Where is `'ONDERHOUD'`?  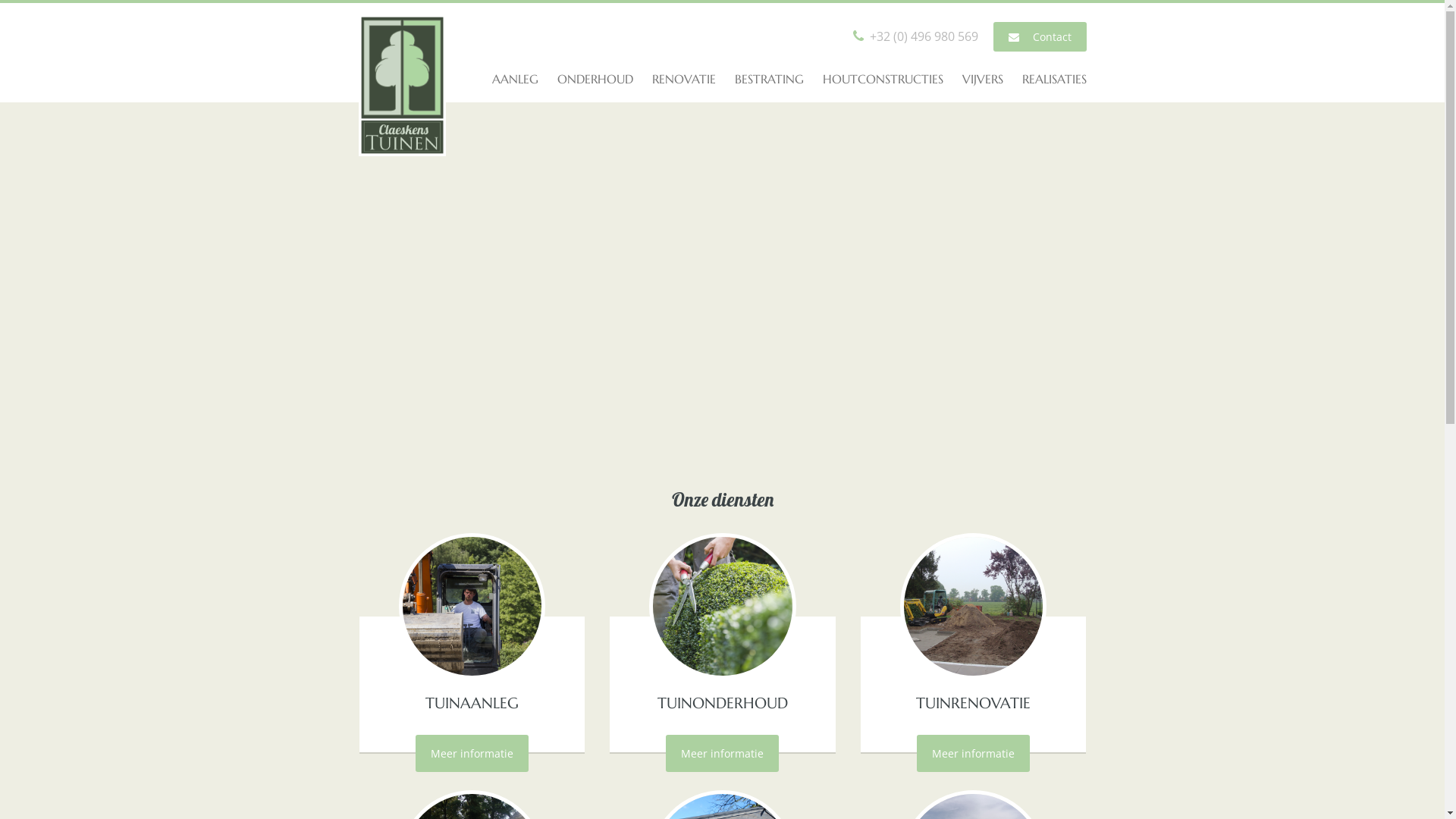
'ONDERHOUD' is located at coordinates (593, 79).